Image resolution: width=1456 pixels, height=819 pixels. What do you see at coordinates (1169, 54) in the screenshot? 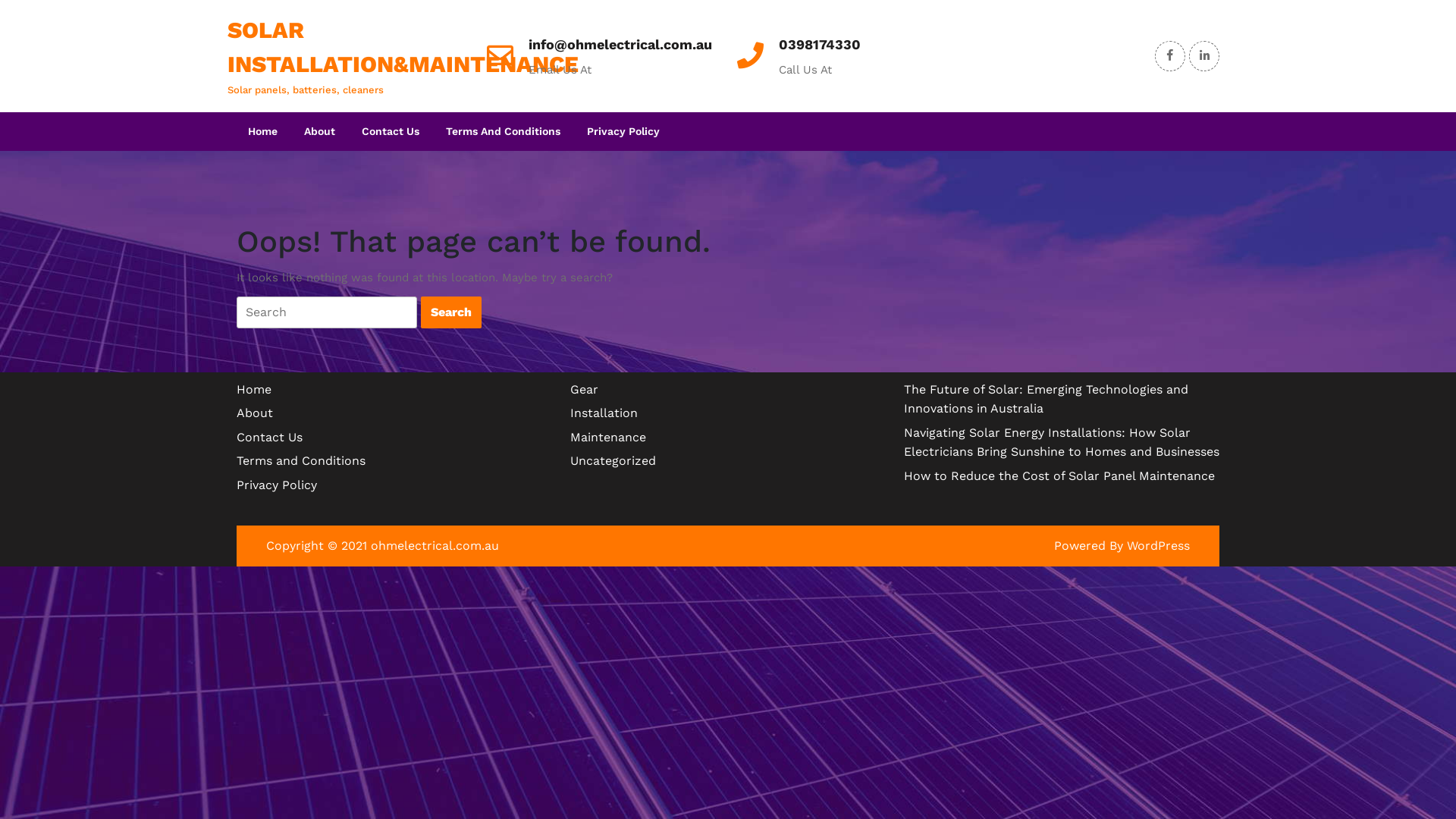
I see `'Facebook'` at bounding box center [1169, 54].